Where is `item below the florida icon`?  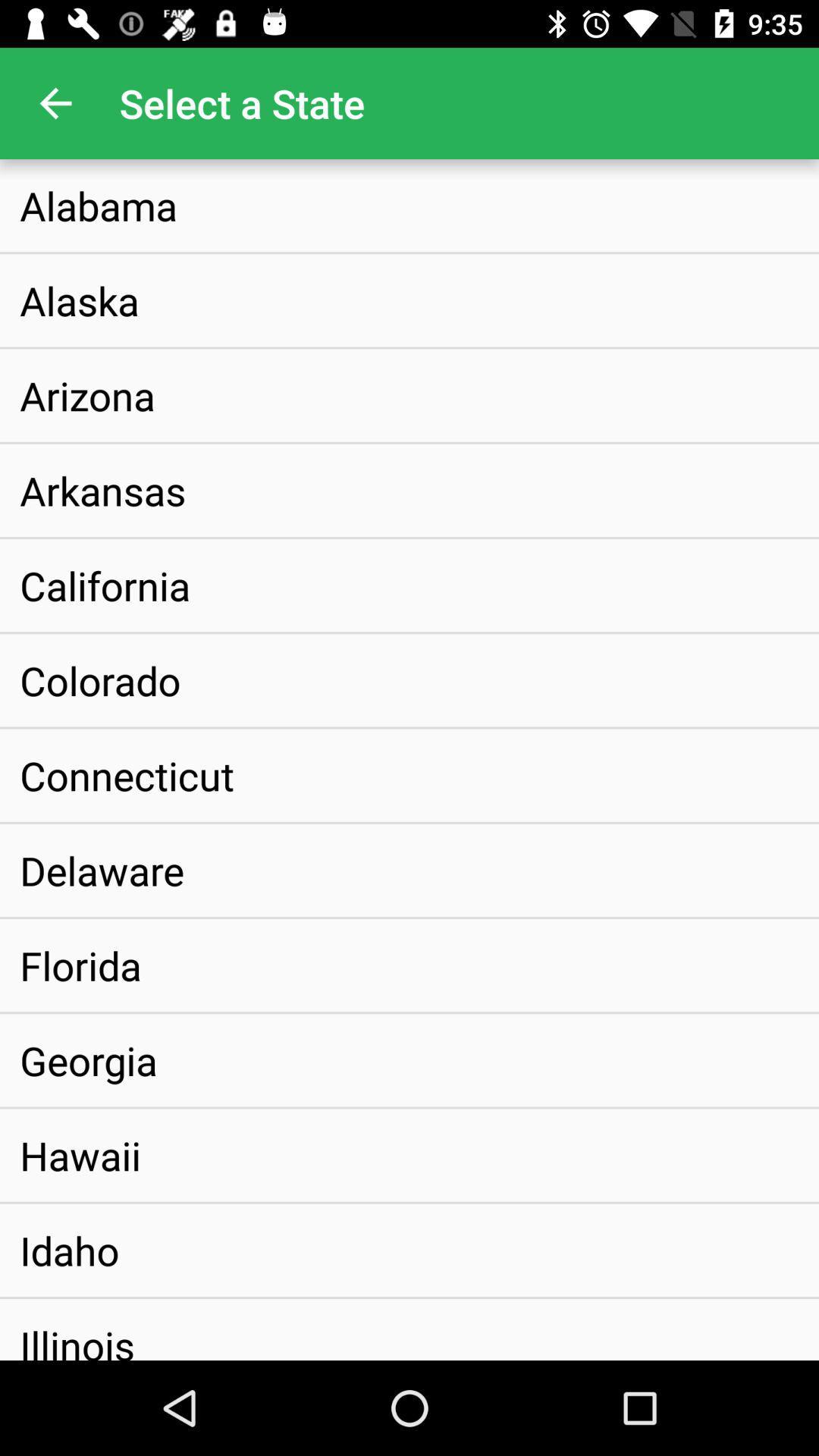 item below the florida icon is located at coordinates (88, 1059).